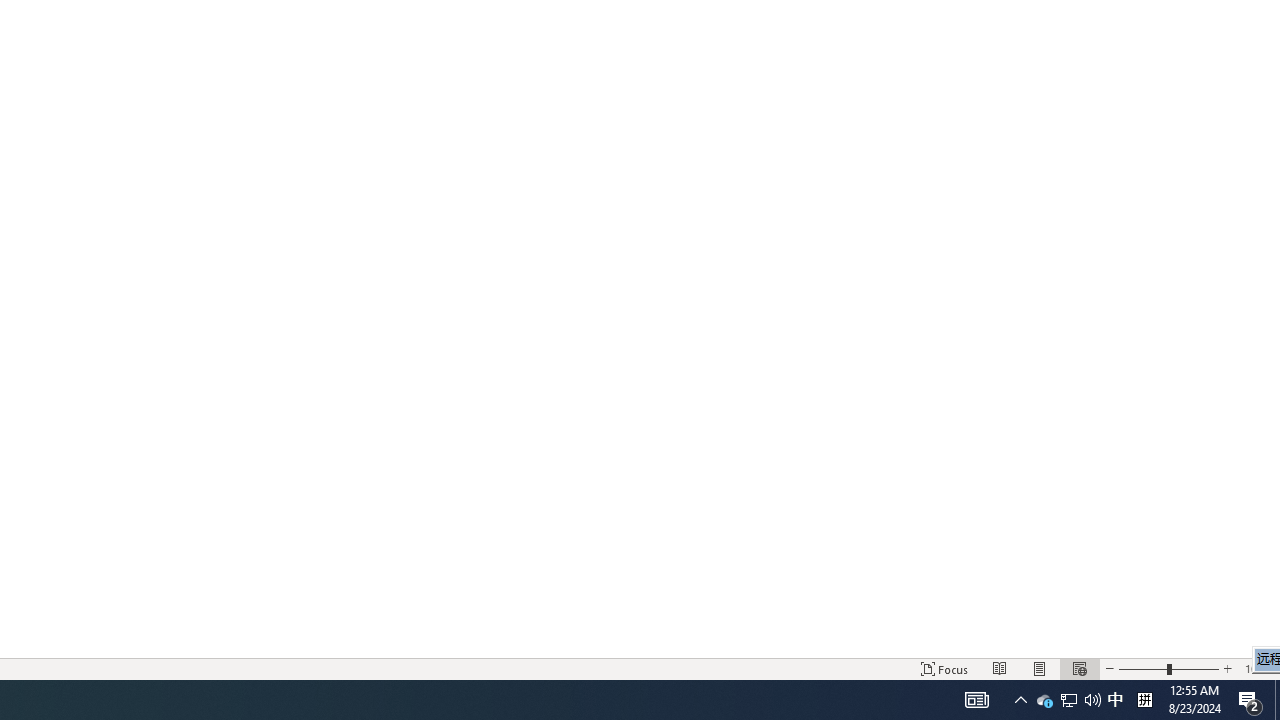 The image size is (1280, 720). Describe the element at coordinates (1168, 669) in the screenshot. I see `'Zoom'` at that location.